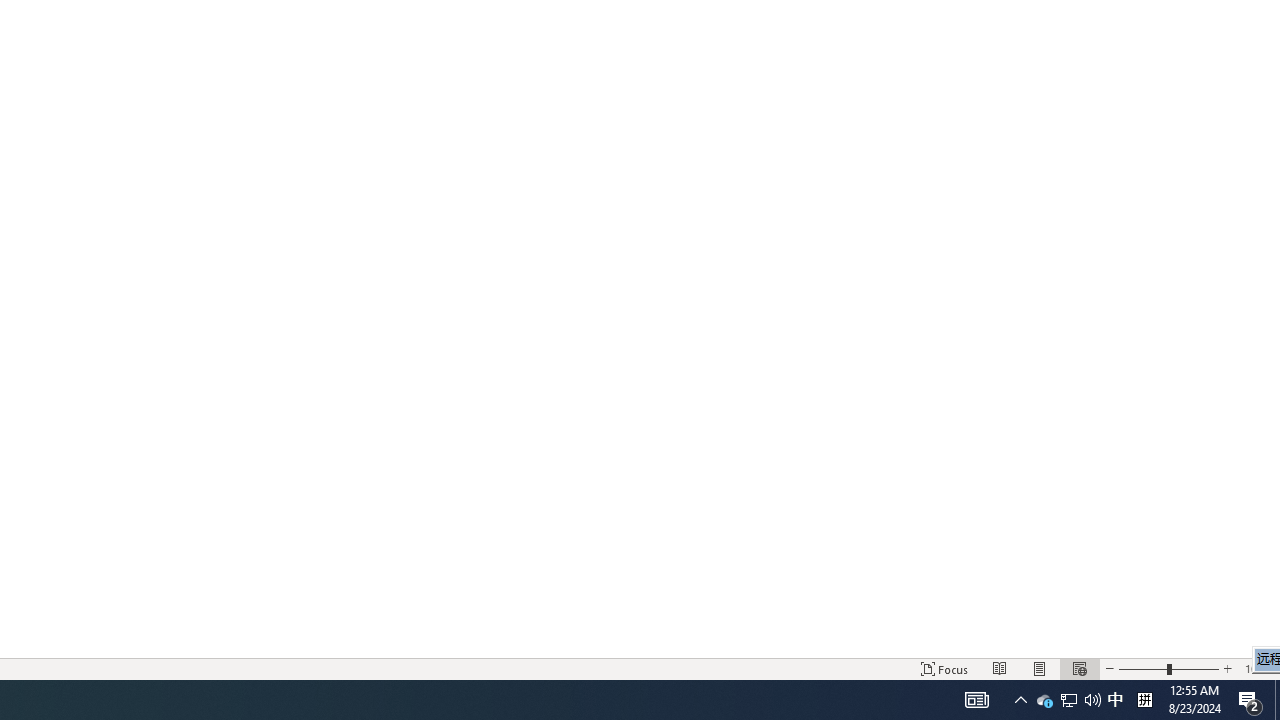 The image size is (1280, 720). Describe the element at coordinates (1168, 669) in the screenshot. I see `'Zoom'` at that location.